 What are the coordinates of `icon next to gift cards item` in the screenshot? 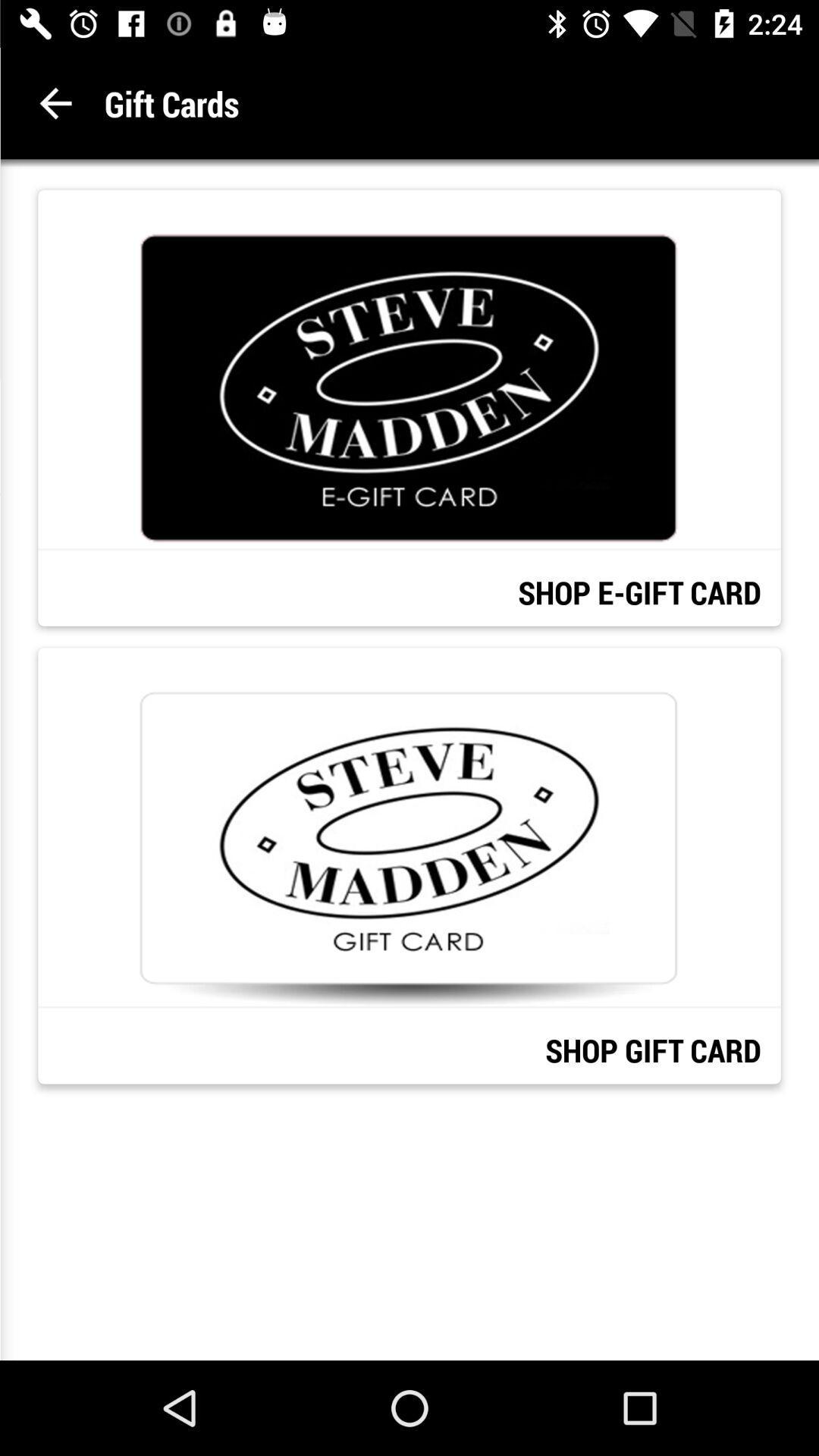 It's located at (55, 102).